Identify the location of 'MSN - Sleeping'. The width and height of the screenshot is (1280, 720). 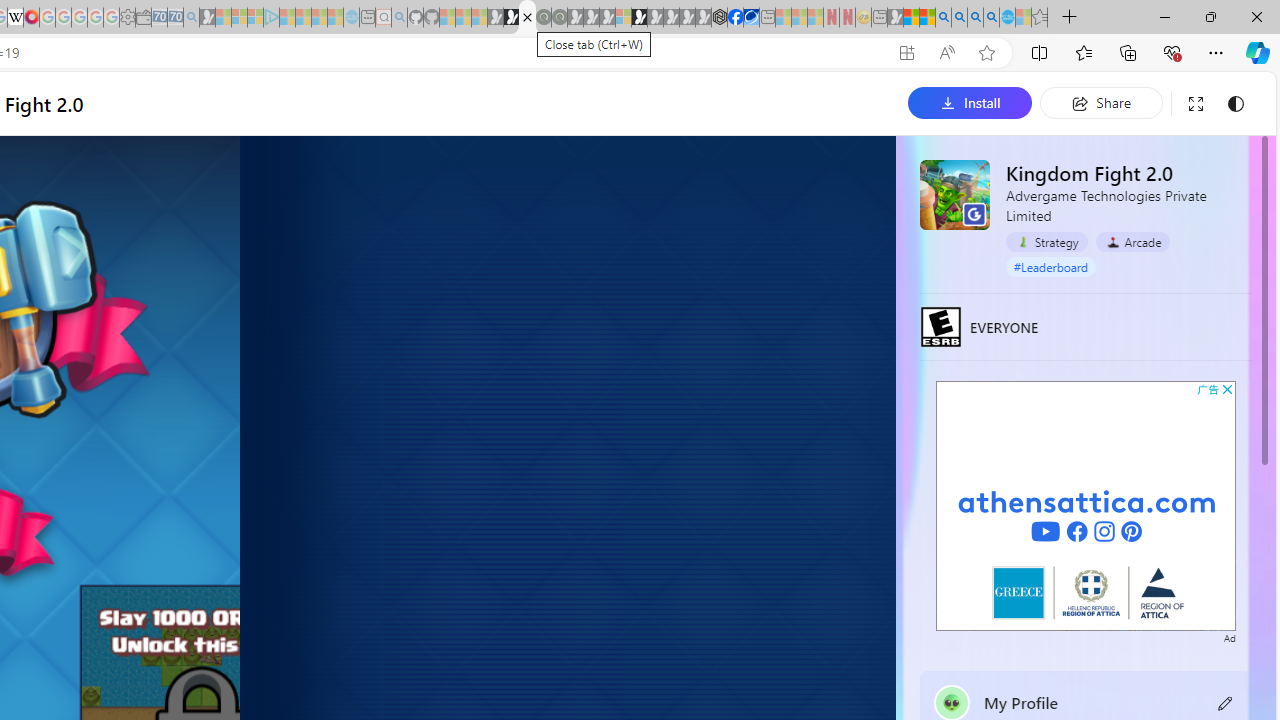
(894, 17).